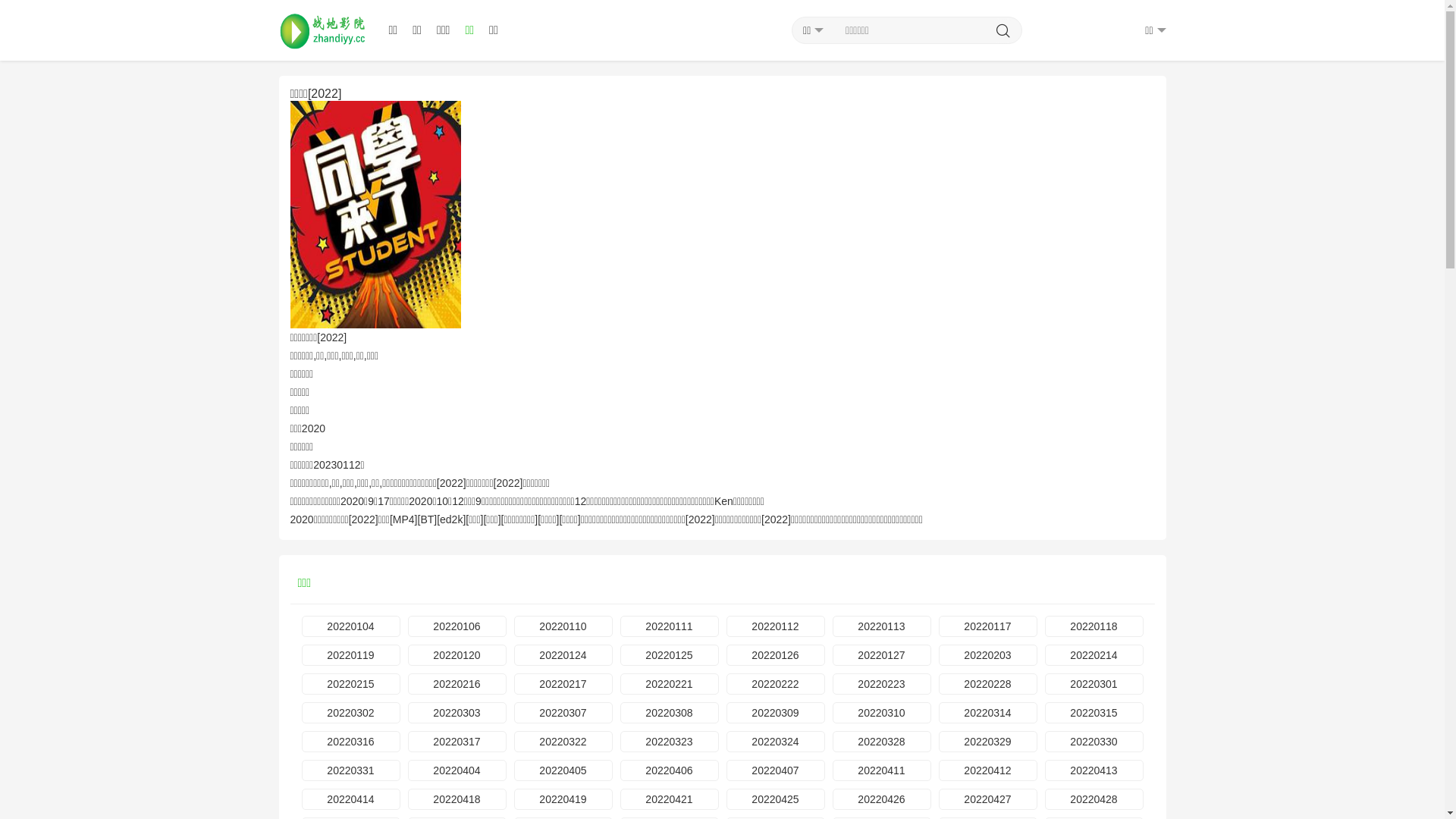 The height and width of the screenshot is (819, 1456). Describe the element at coordinates (987, 713) in the screenshot. I see `'20220314'` at that location.